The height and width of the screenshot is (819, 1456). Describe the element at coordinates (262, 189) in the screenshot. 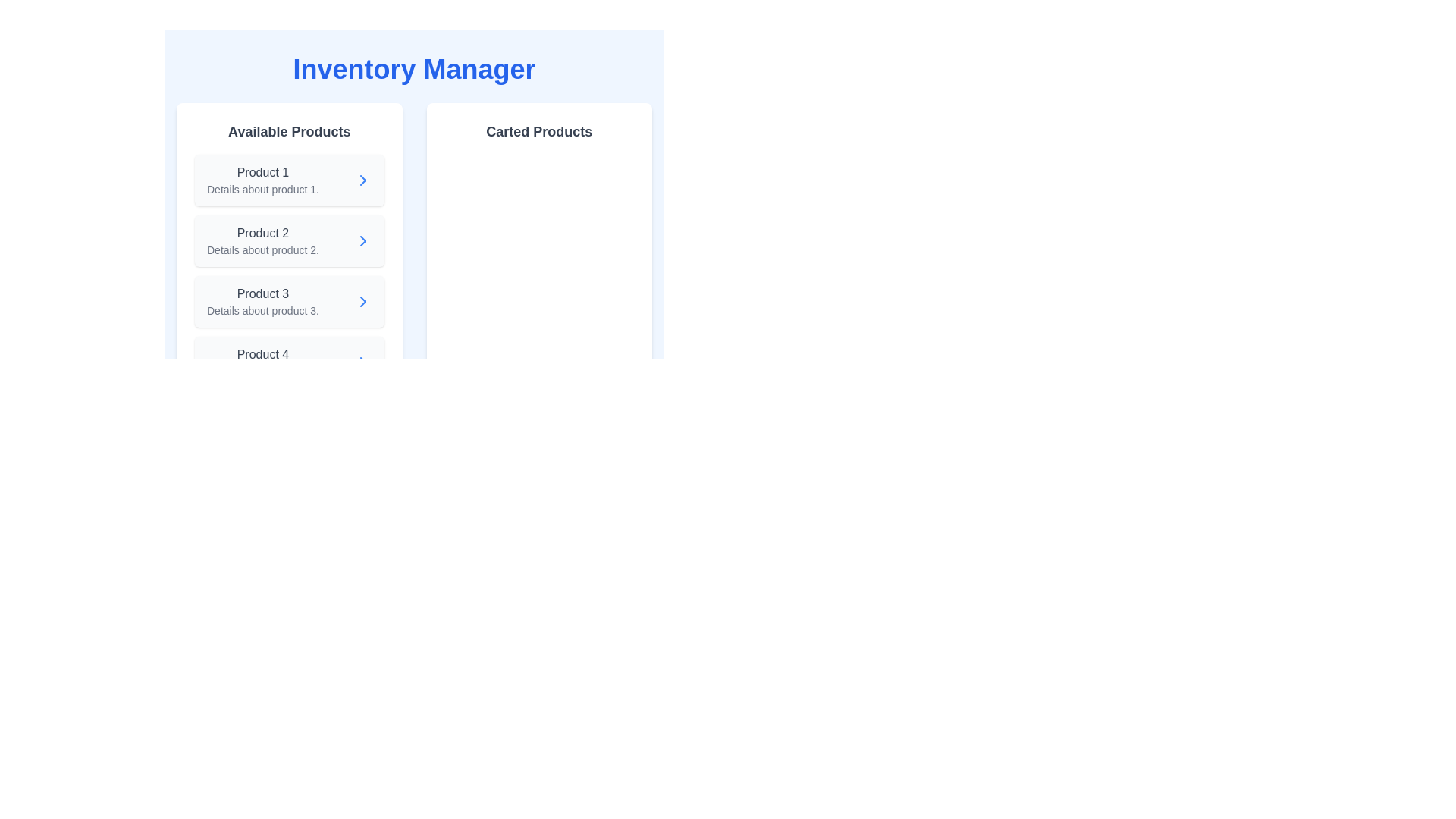

I see `the Text Label providing additional information about 'Product 1', located below 'Product 1' in the 'Available Products' section of the left column` at that location.